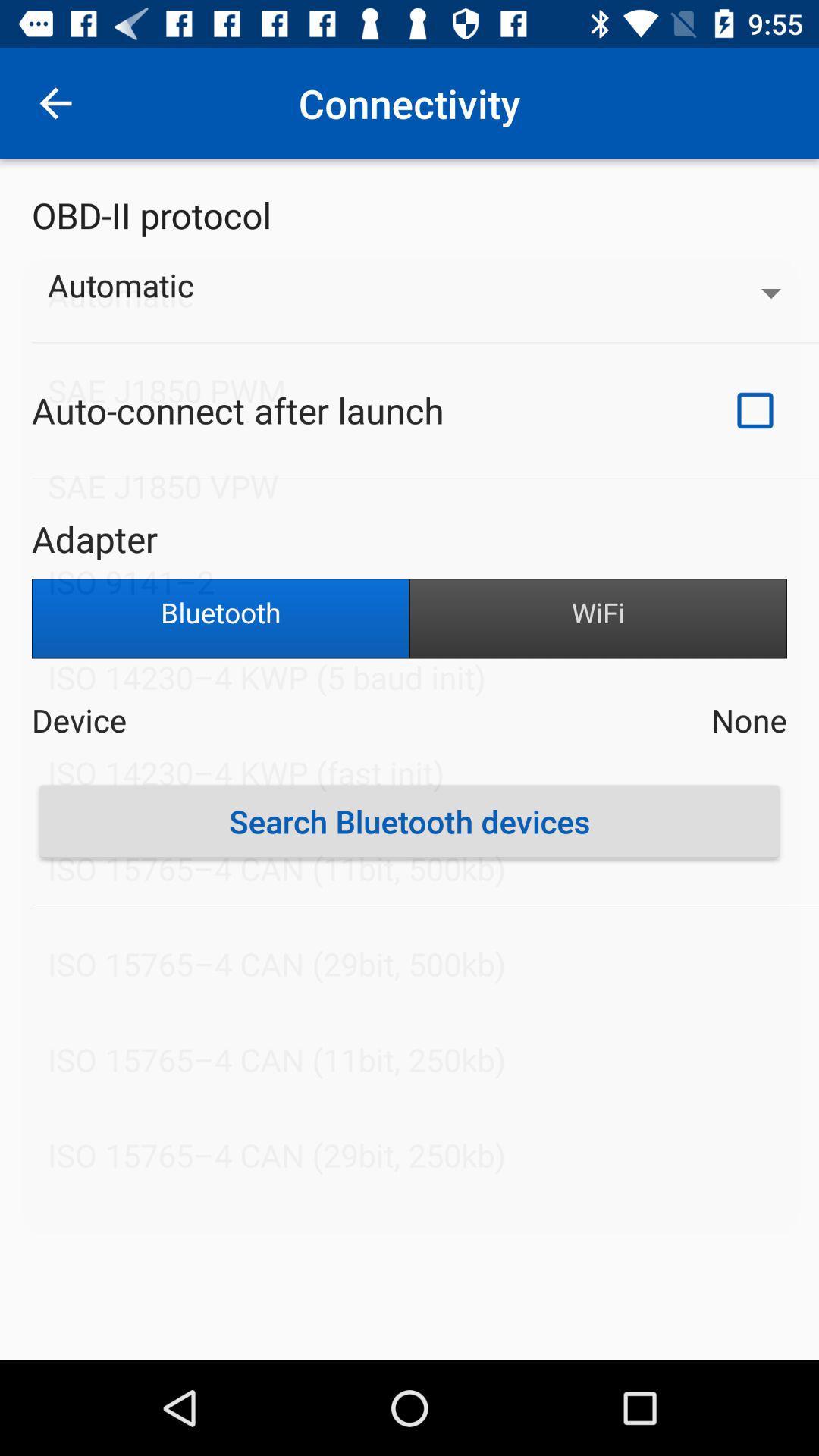 The image size is (819, 1456). What do you see at coordinates (55, 102) in the screenshot?
I see `icon above obd-ii protocol` at bounding box center [55, 102].